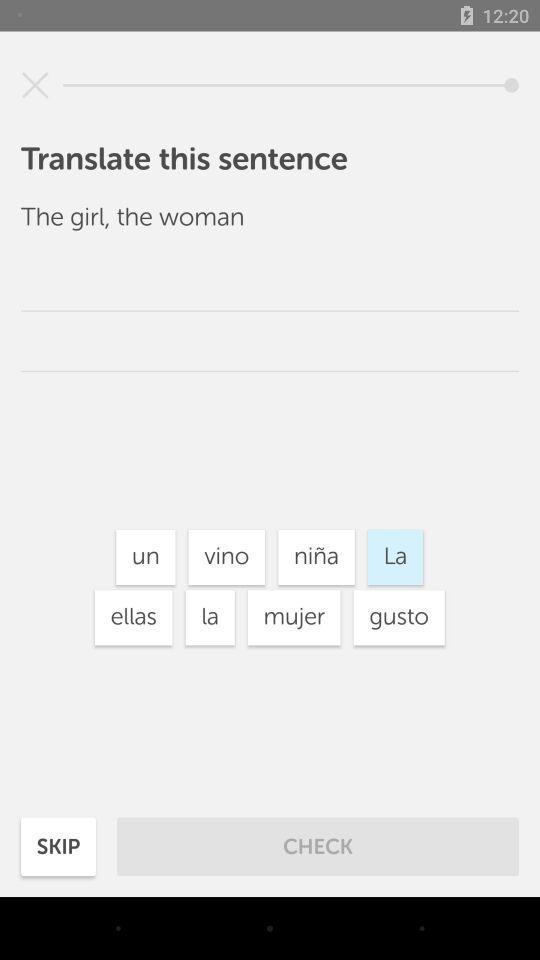 This screenshot has width=540, height=960. I want to click on the un button, so click(145, 557).